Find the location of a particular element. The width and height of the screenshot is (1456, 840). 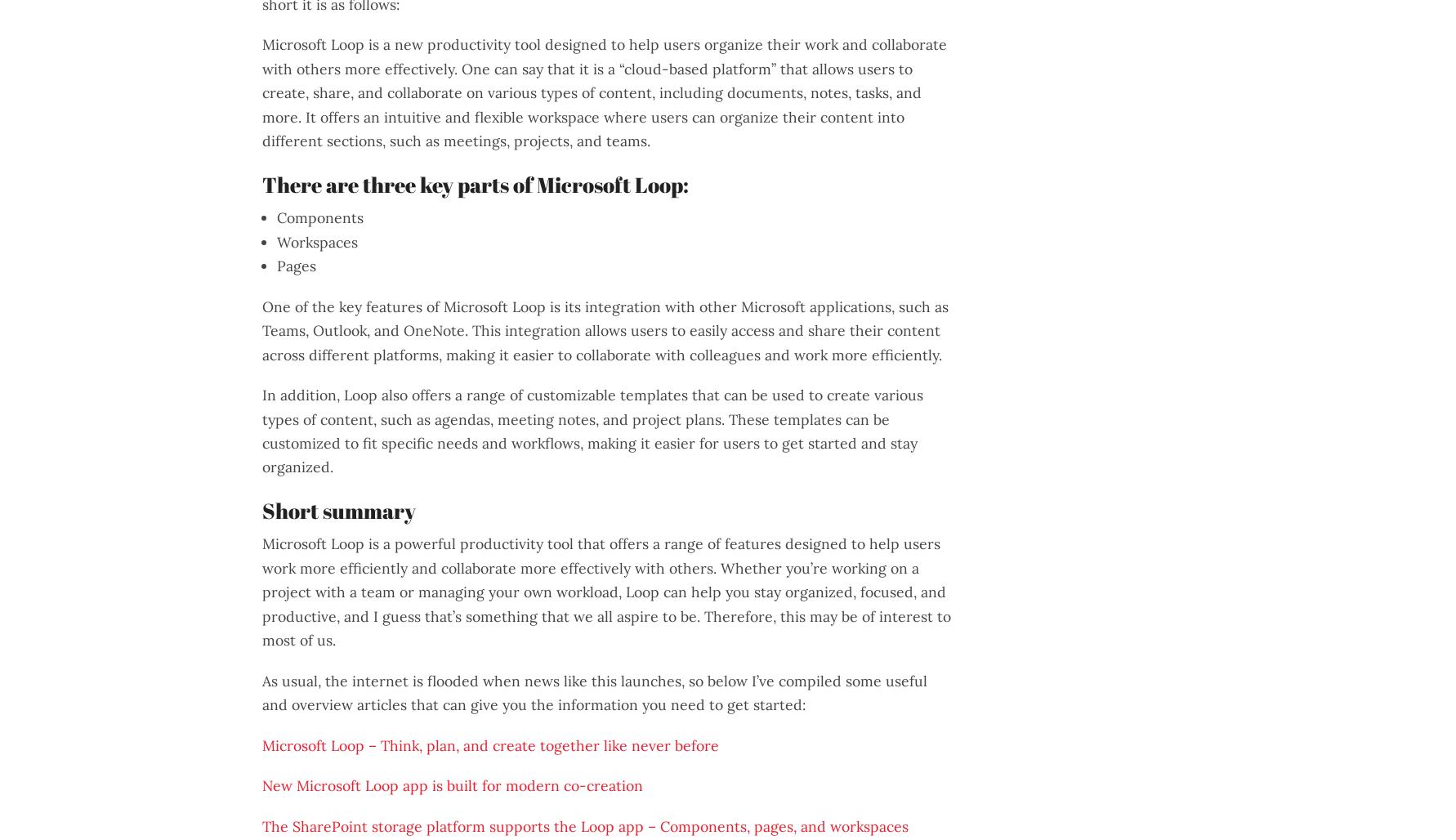

'In addition, Loop also offers a range of customizable templates that can be used to create various types of content, such as agendas, meeting notes, and project plans. These templates can be customized to fit specific needs and workflows, making it easier for users to get started and stay organized.' is located at coordinates (592, 431).